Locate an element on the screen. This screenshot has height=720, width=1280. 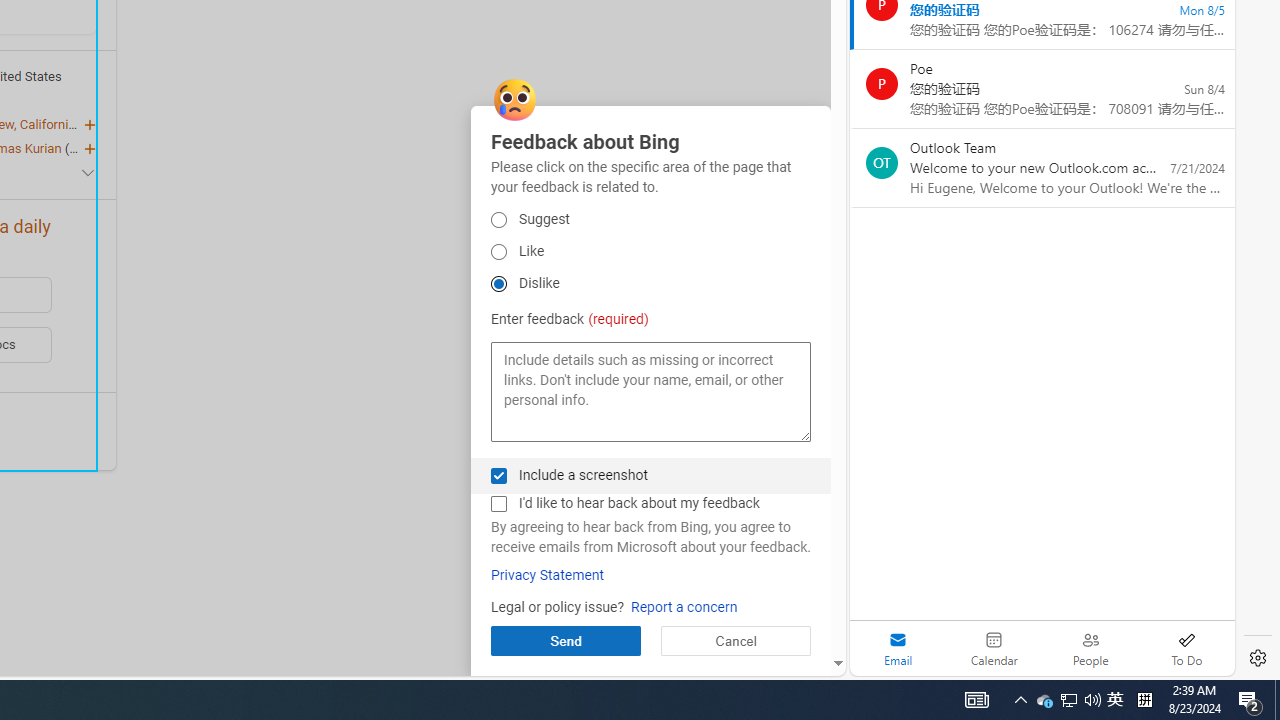
'Calendar. Date today is 22' is located at coordinates (994, 648).